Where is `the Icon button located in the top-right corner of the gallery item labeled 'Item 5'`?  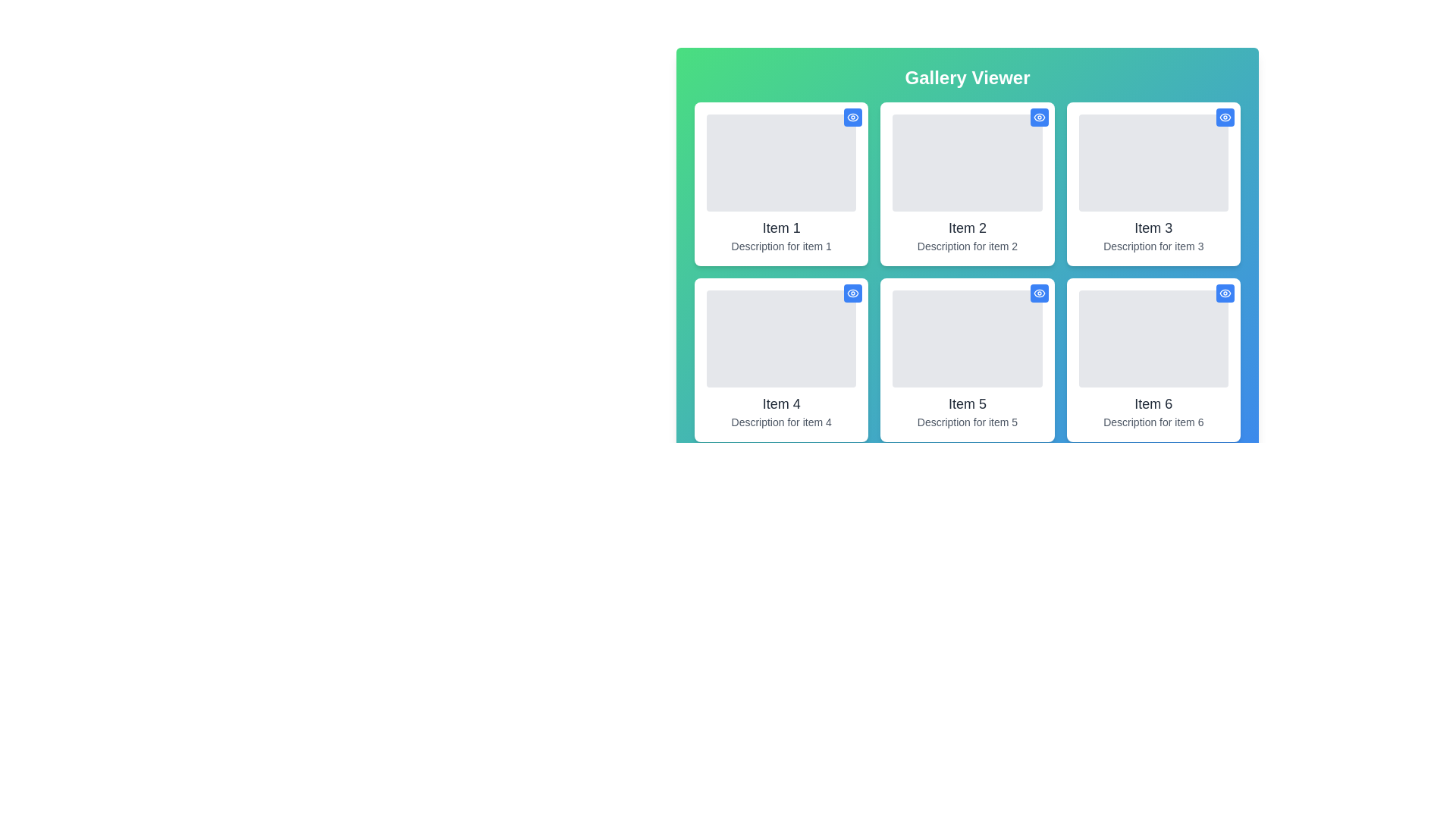 the Icon button located in the top-right corner of the gallery item labeled 'Item 5' is located at coordinates (1038, 293).